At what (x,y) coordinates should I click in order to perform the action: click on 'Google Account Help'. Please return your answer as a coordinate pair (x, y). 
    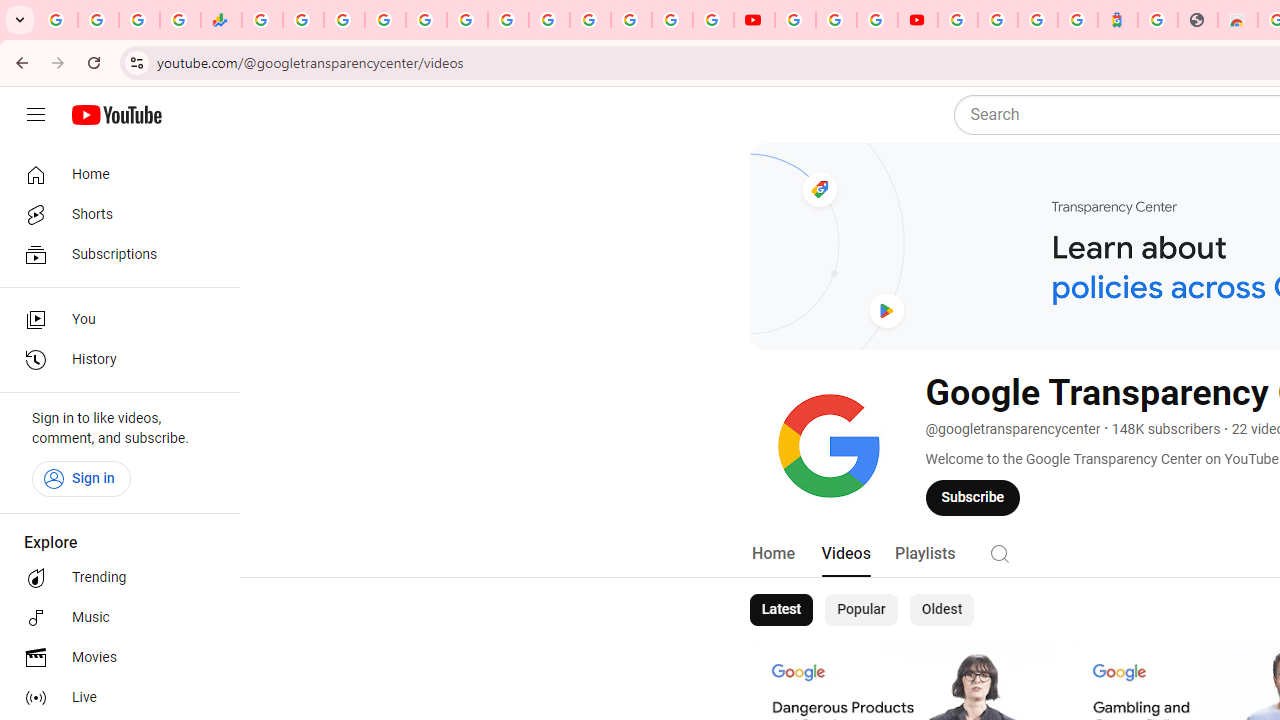
    Looking at the image, I should click on (836, 20).